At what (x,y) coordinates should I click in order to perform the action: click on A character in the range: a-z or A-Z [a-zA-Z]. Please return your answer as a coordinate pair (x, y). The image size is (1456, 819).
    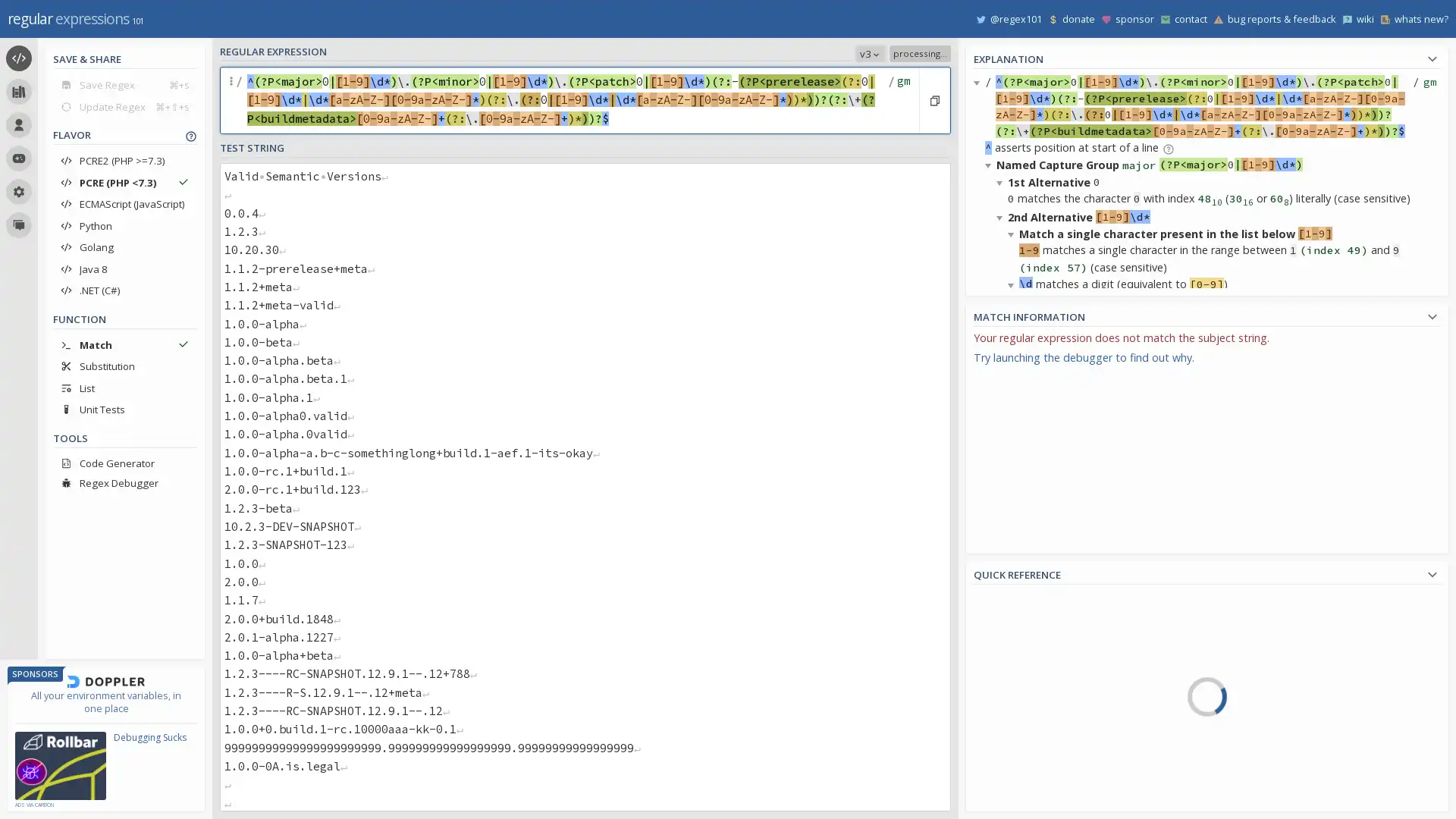
    Looking at the image, I should click on (1282, 687).